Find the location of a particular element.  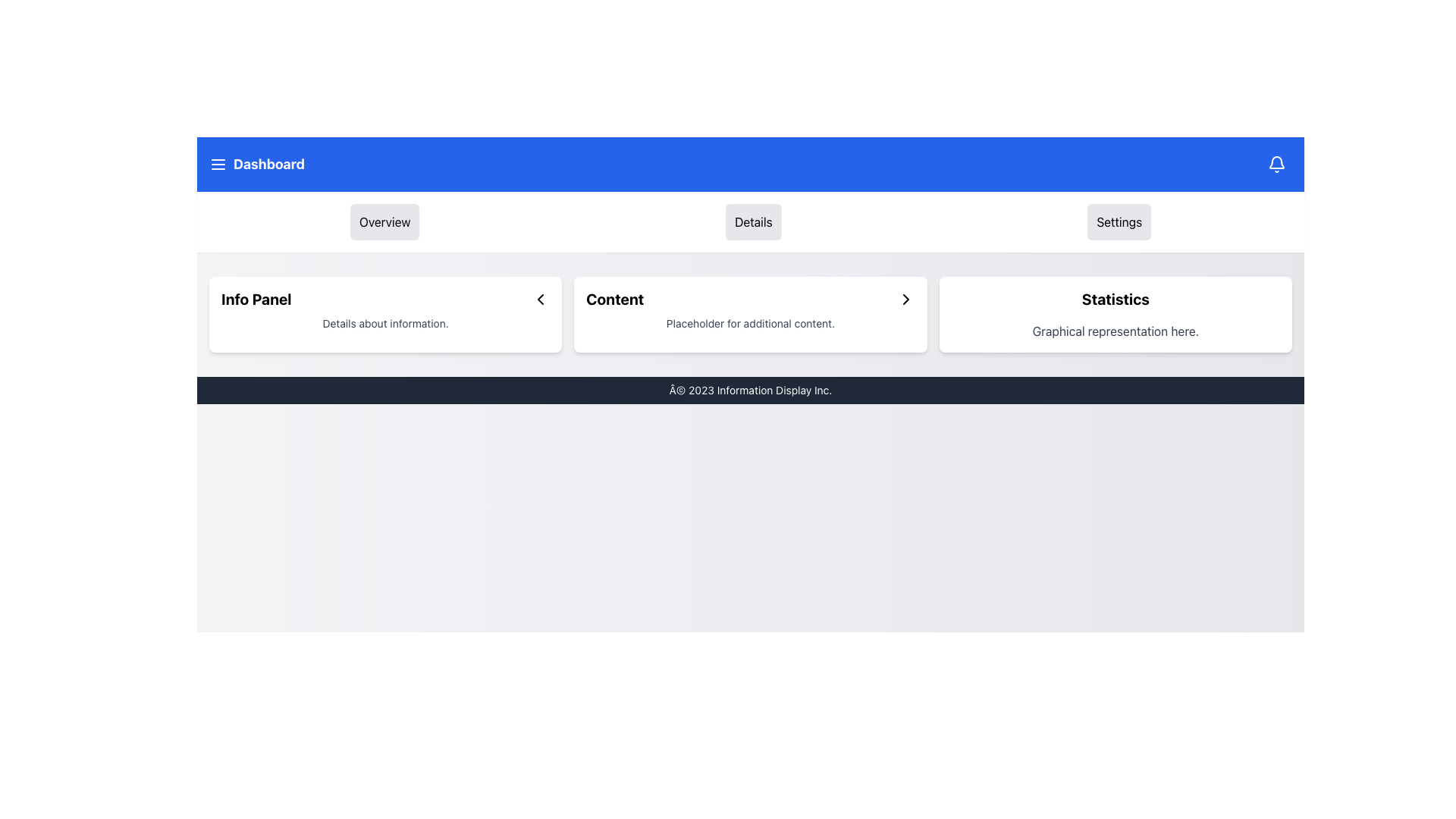

the navigation button located to the left of the 'Details' button in the top section of the interface to switch to the overview section is located at coordinates (384, 222).